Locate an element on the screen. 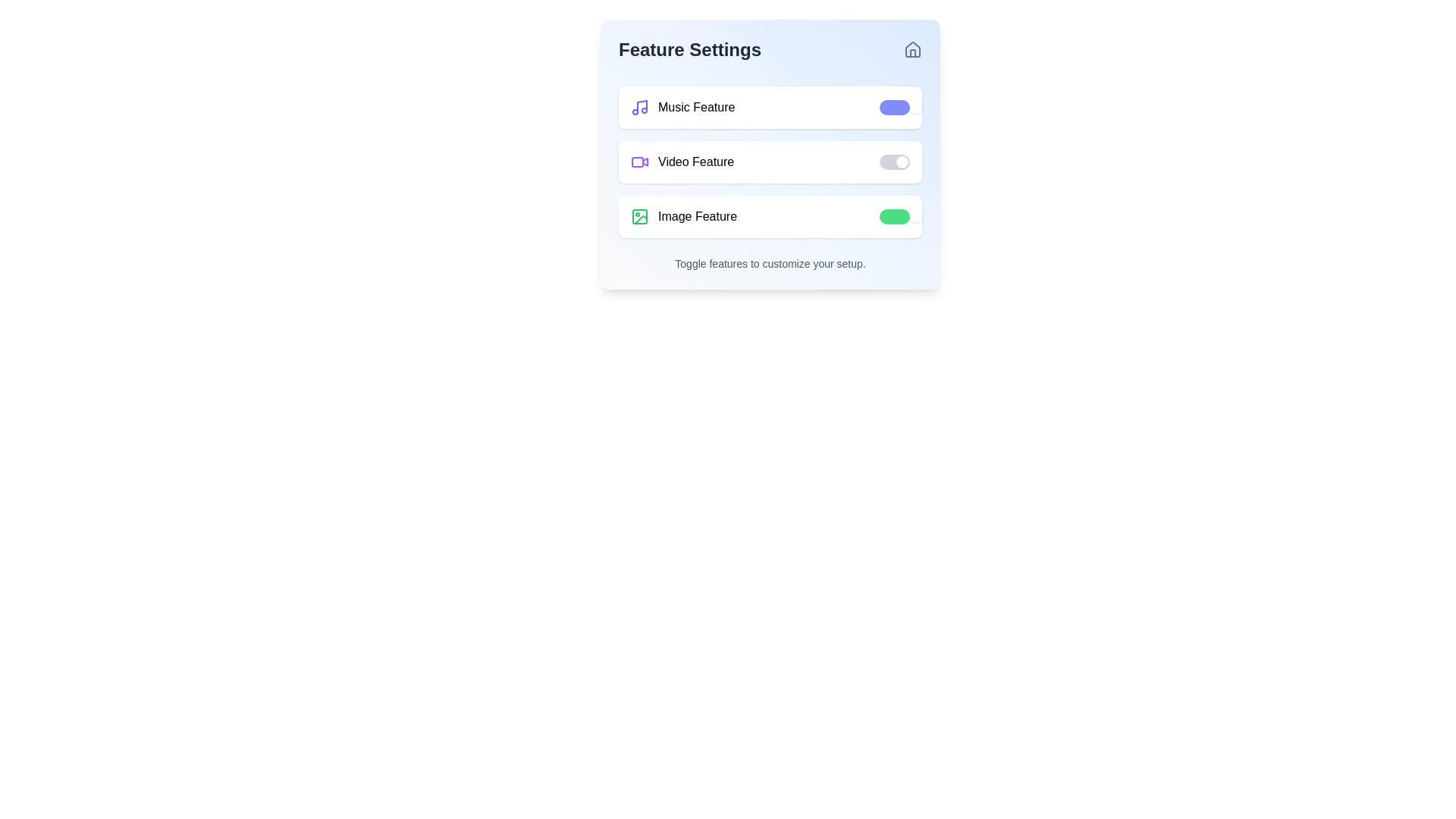 The image size is (1456, 819). the toggle knob within the toggle switch in the second row of the settings area labeled 'Video Feature', which indicates the inactive state of the toggle switch is located at coordinates (902, 162).